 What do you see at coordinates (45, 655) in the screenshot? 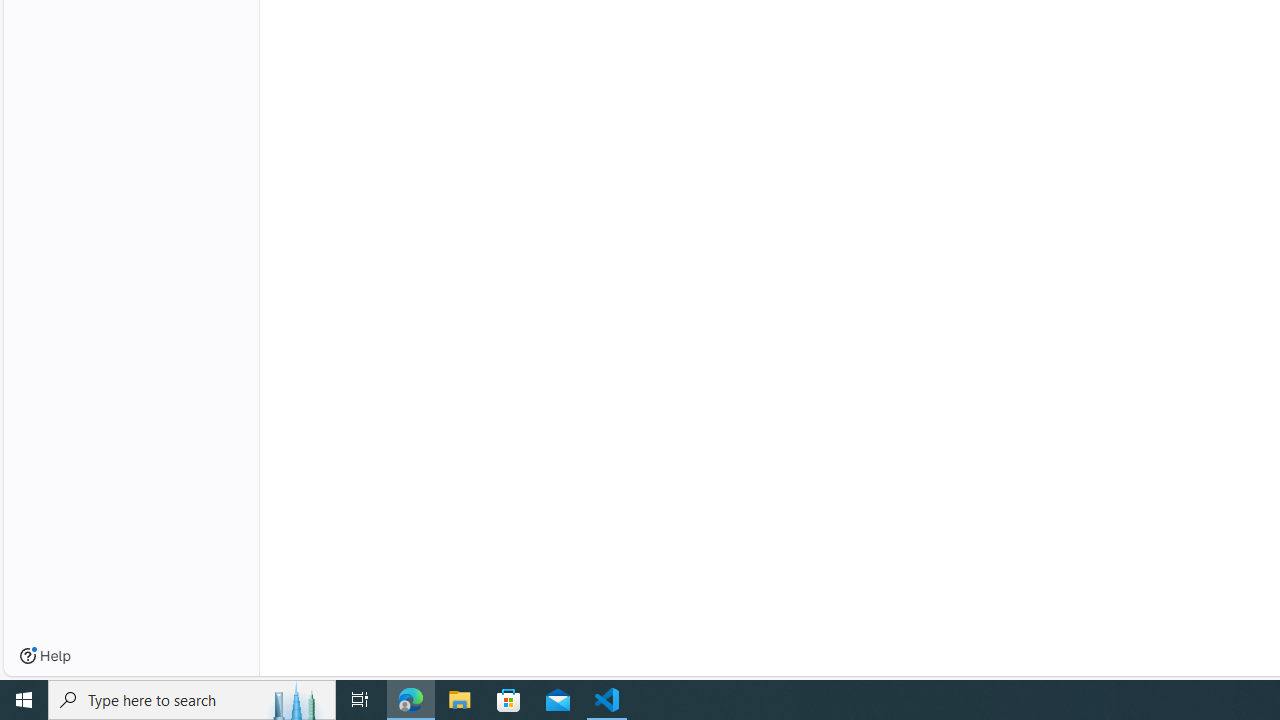
I see `'Help'` at bounding box center [45, 655].